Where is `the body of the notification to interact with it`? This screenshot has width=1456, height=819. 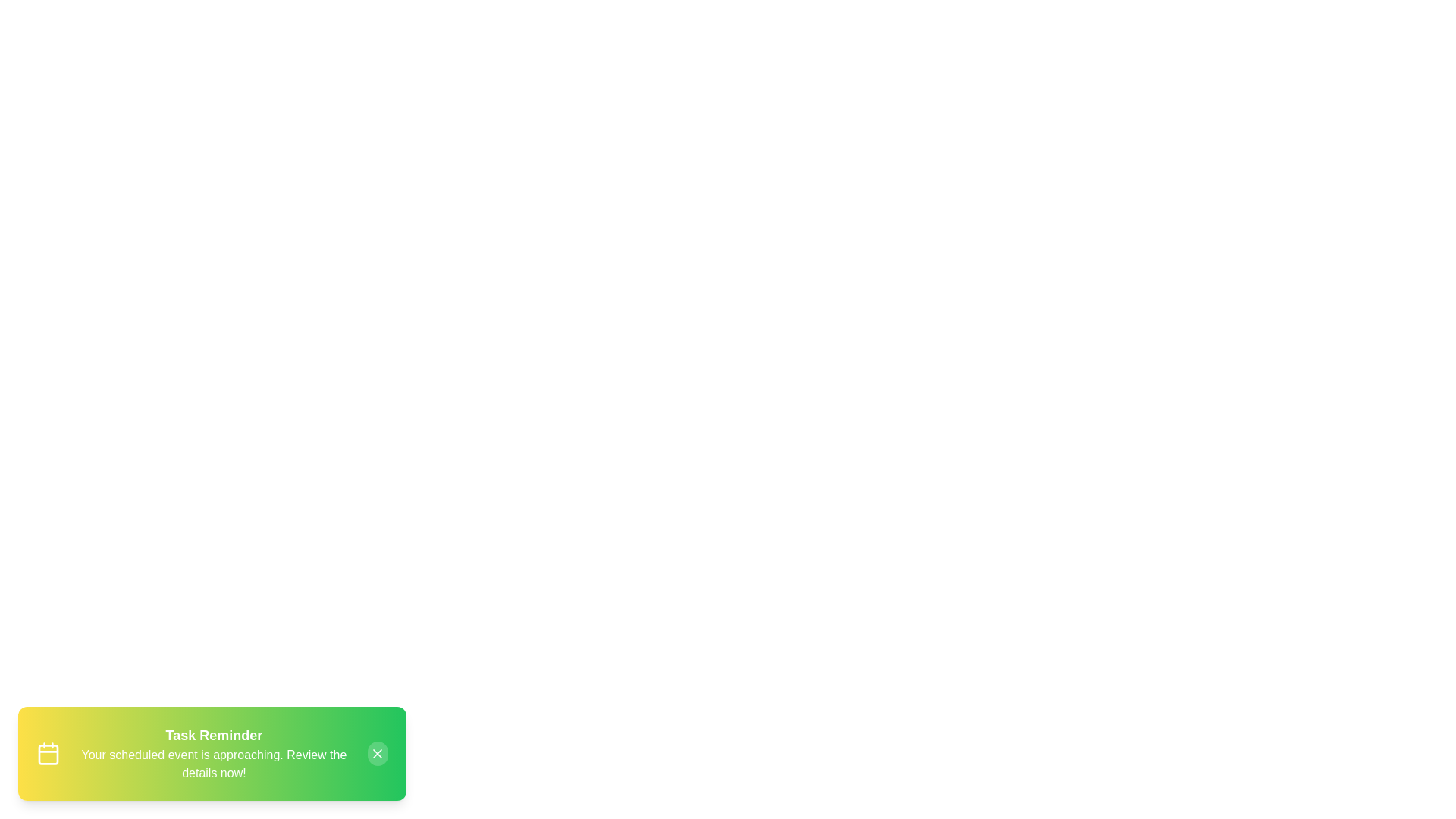
the body of the notification to interact with it is located at coordinates (211, 754).